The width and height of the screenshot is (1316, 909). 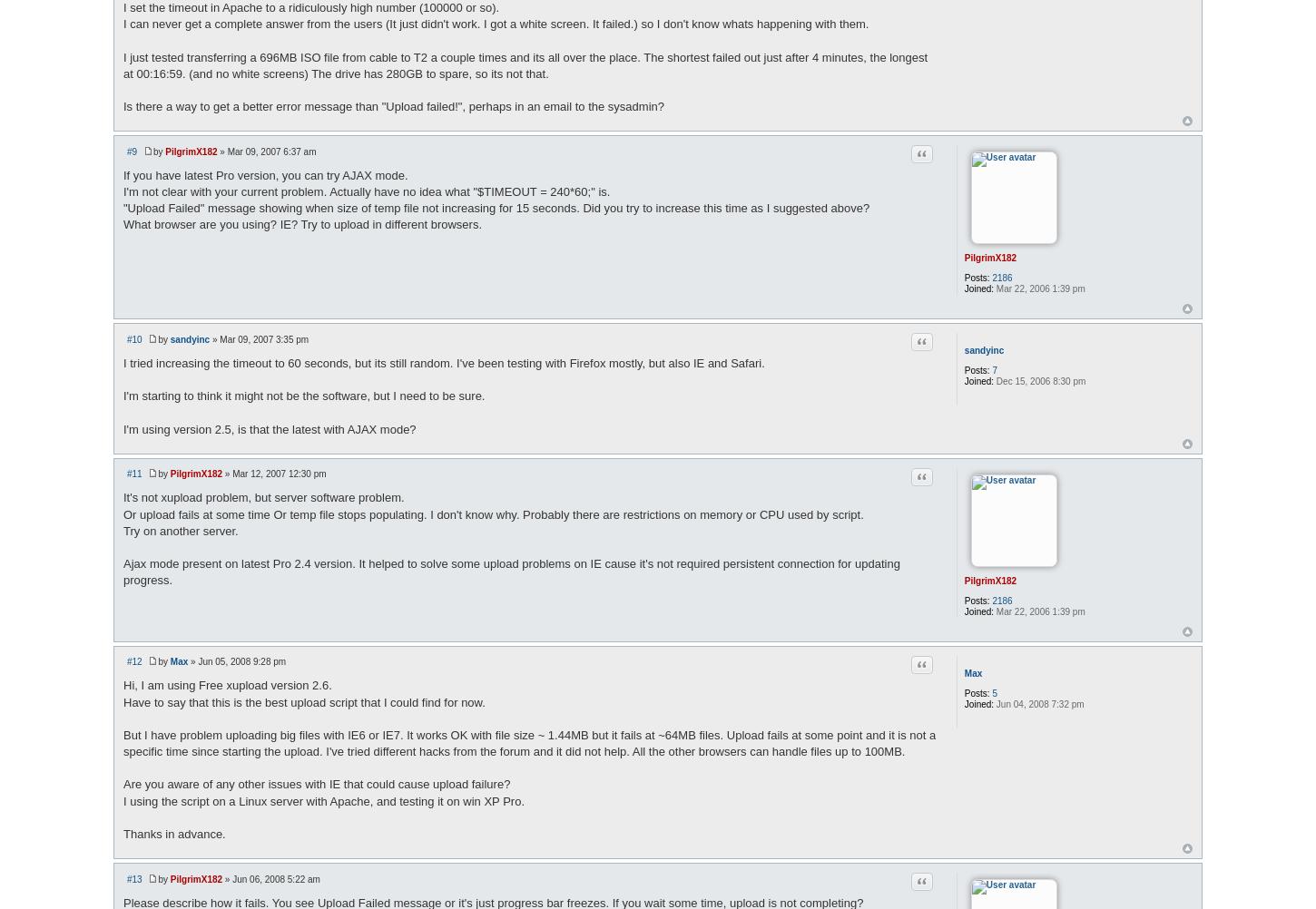 What do you see at coordinates (123, 174) in the screenshot?
I see `'If you have latest Pro version, you can try AJAX mode.'` at bounding box center [123, 174].